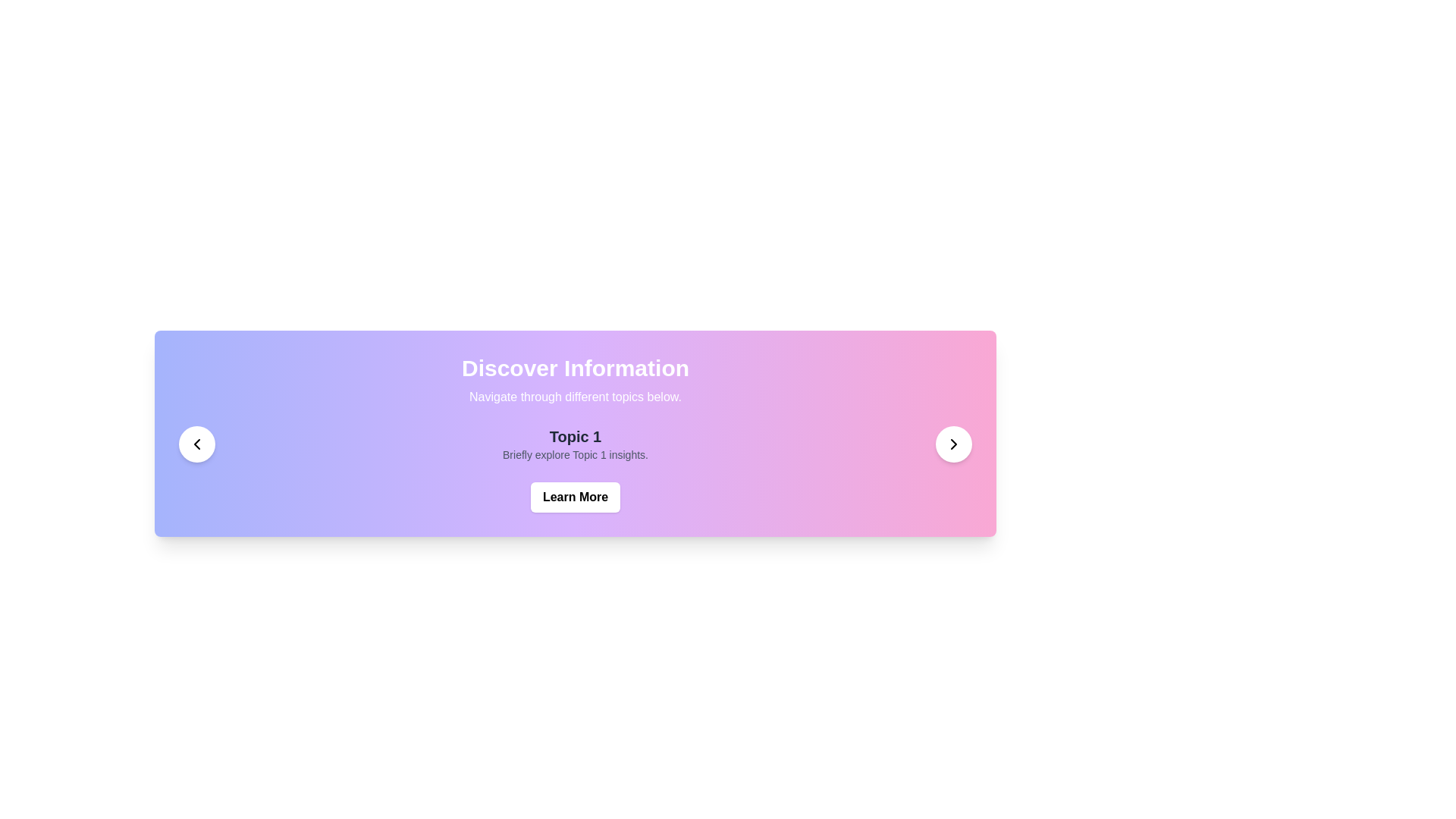 This screenshot has width=1456, height=819. What do you see at coordinates (952, 444) in the screenshot?
I see `the rightward-pointing arrow SVG icon inside the white circular button` at bounding box center [952, 444].